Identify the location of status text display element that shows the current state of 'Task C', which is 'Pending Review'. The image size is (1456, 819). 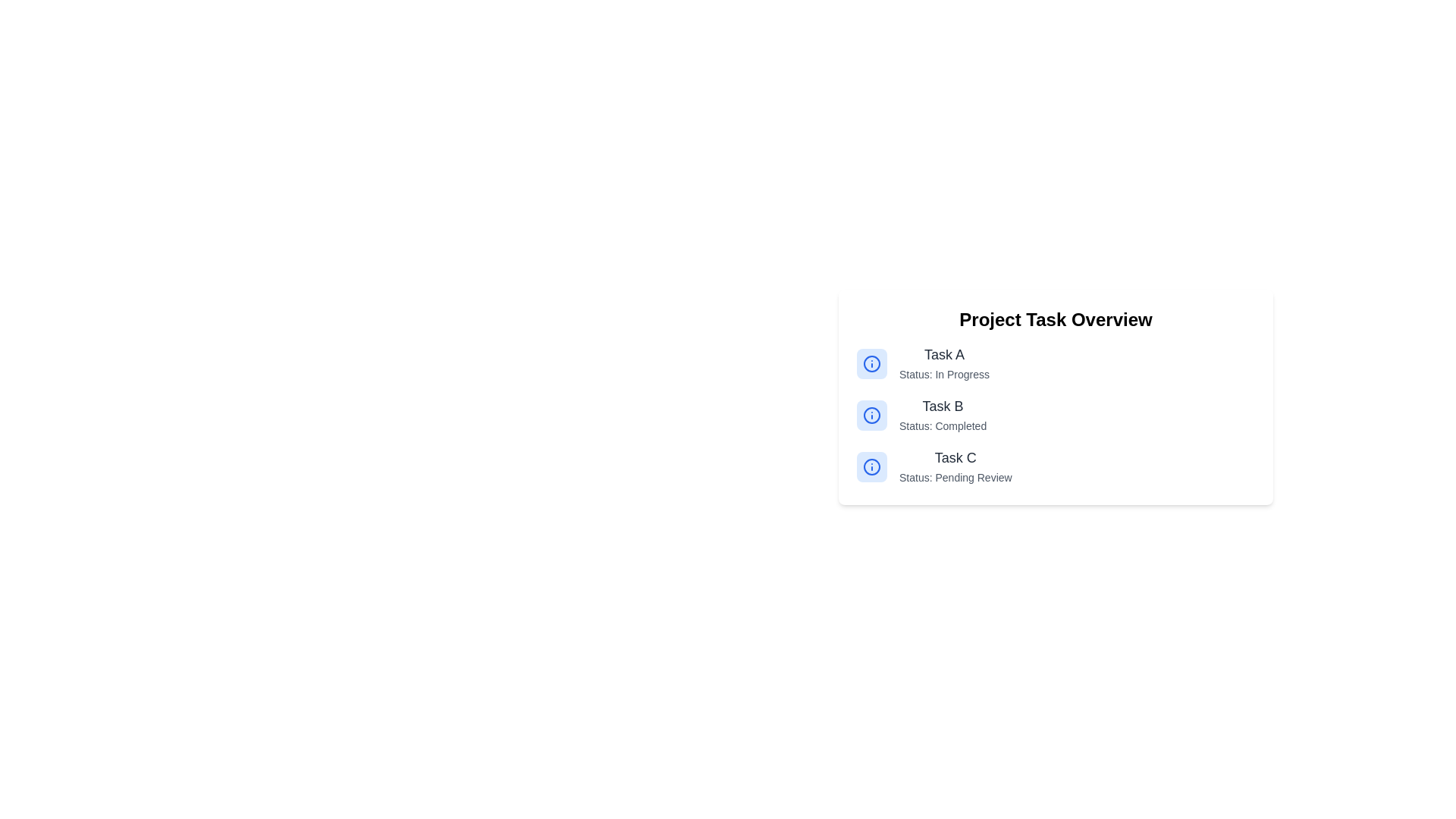
(955, 476).